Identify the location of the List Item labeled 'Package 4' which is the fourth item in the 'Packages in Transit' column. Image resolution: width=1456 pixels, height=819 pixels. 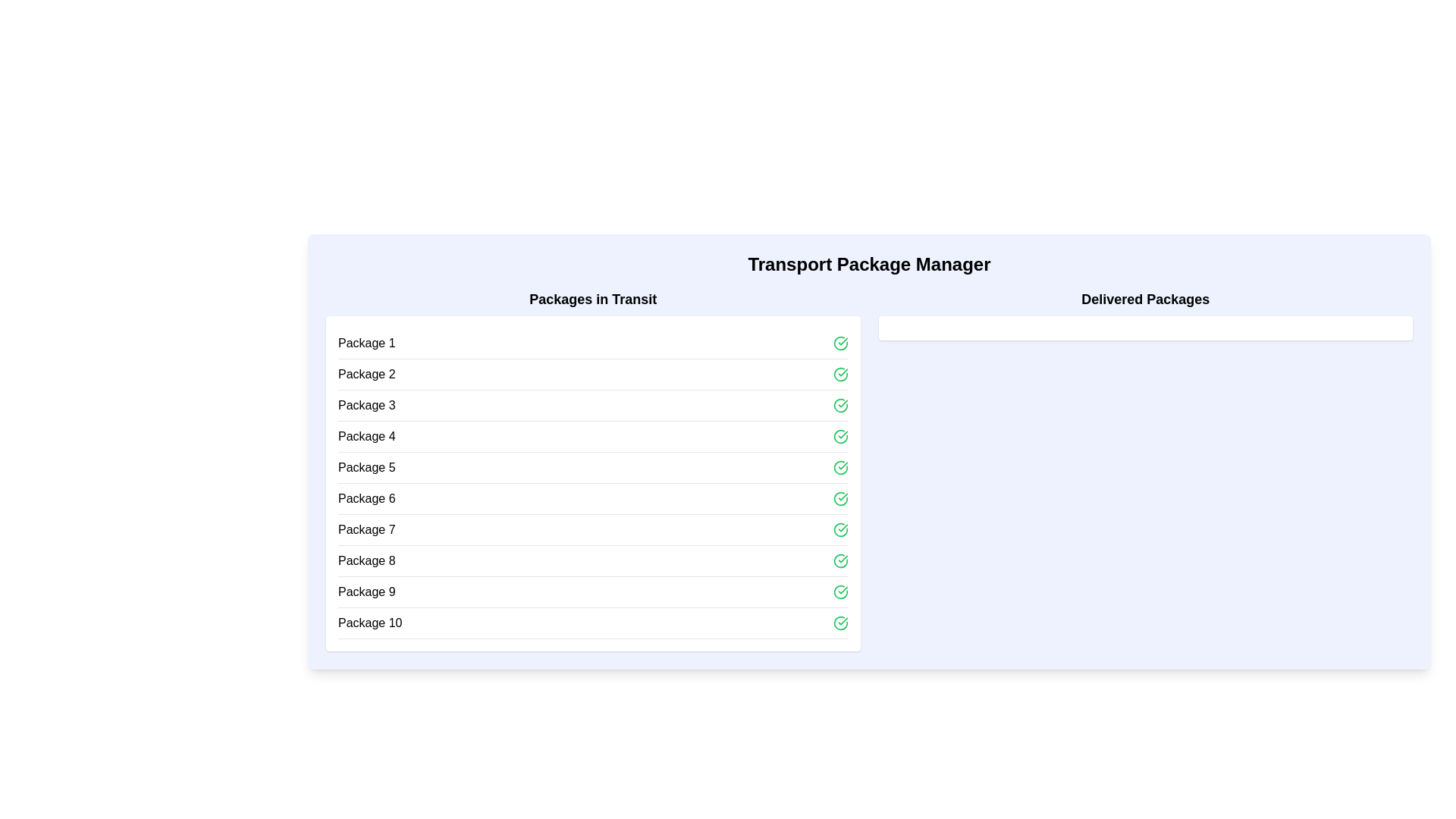
(592, 437).